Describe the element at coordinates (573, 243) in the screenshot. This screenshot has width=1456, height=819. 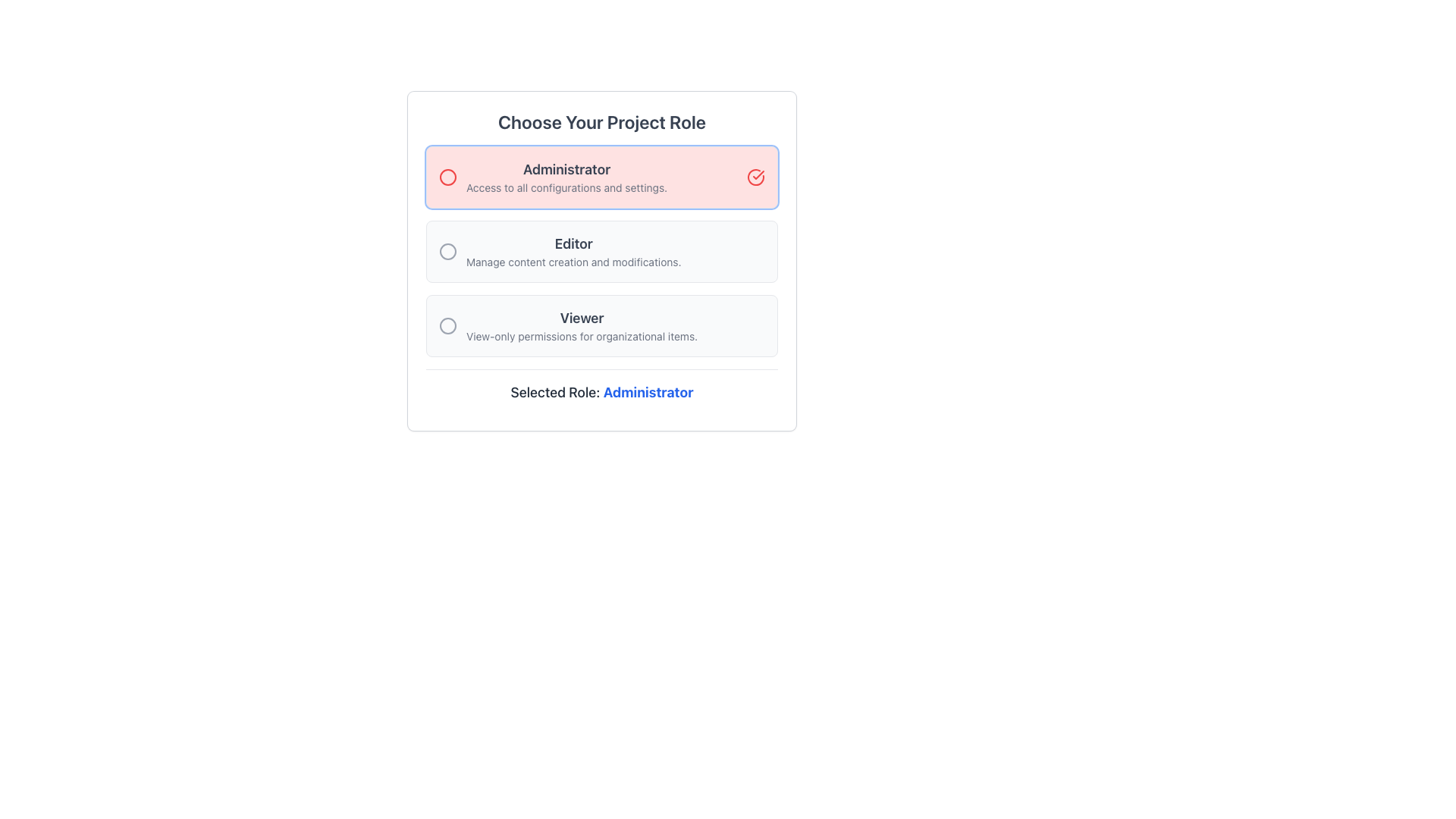
I see `the 'Editor' text label indicating the role within the role selection interface, positioned in the second option card between 'Administrator' and 'Viewer'` at that location.